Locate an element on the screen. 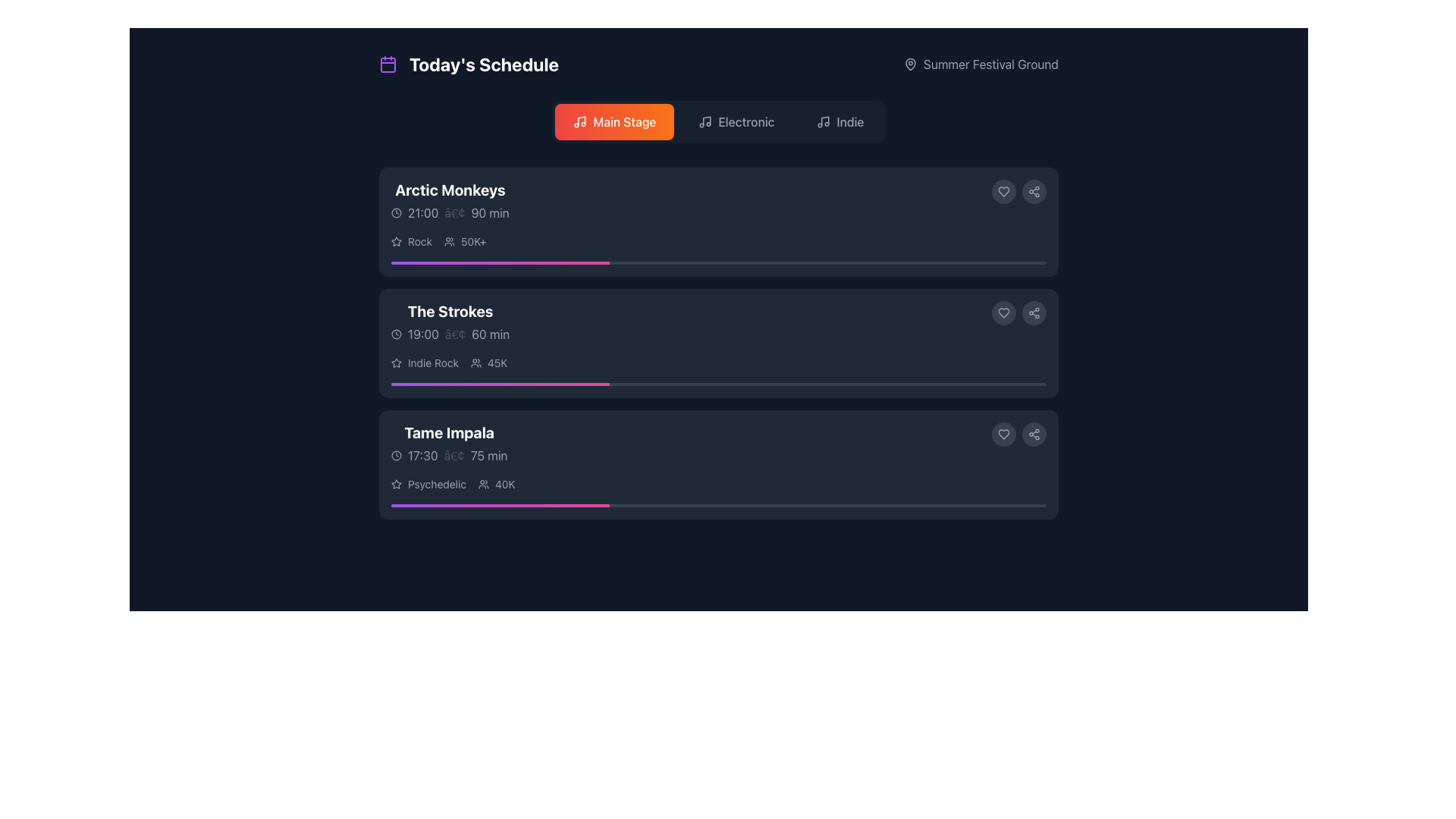 The image size is (1456, 819). the progress indicator located in the third card under the 'Tame Impala' section, which visually represents ongoing activity or completion percentage is located at coordinates (718, 506).